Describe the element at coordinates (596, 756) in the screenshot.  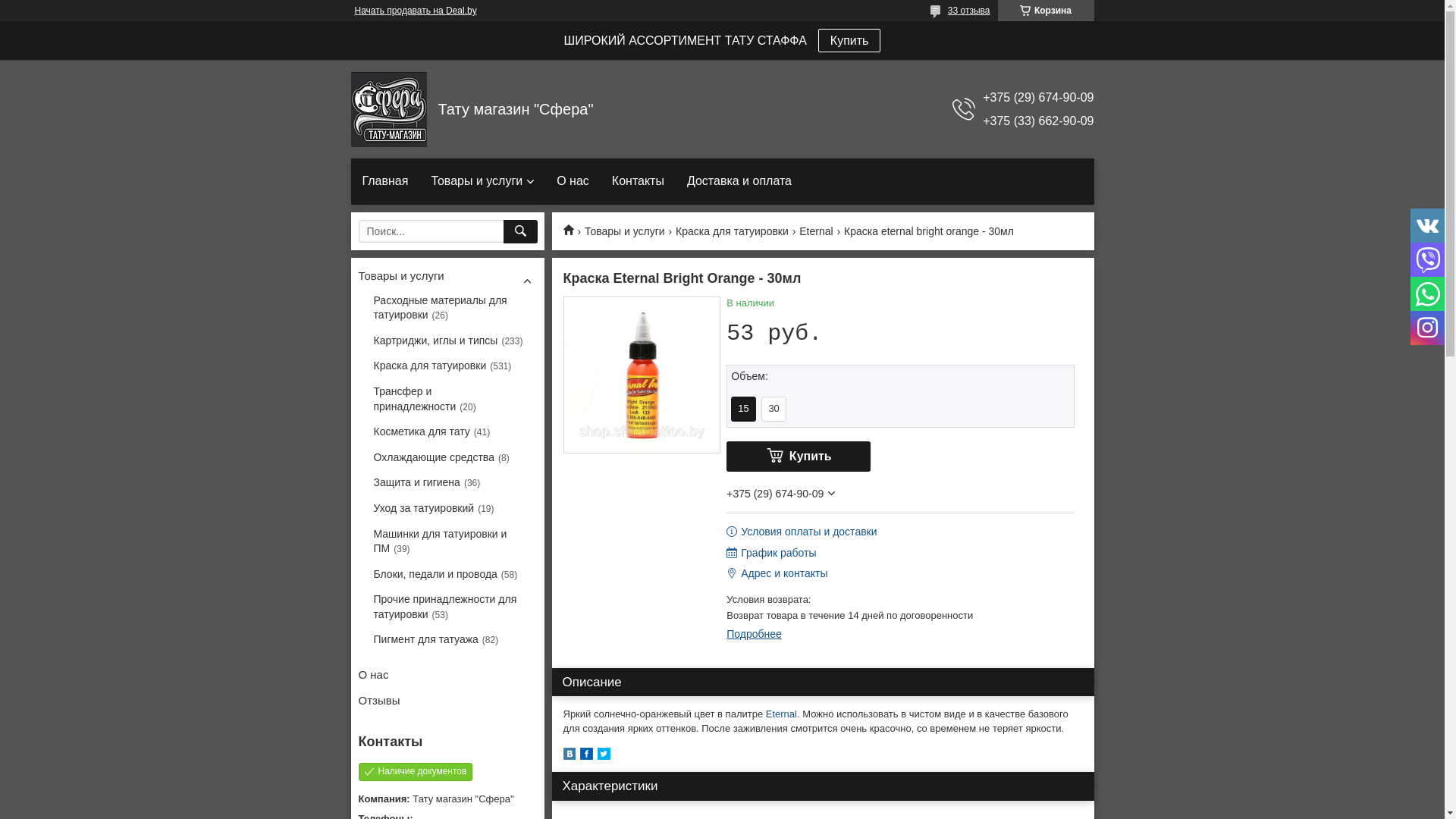
I see `'twitter'` at that location.